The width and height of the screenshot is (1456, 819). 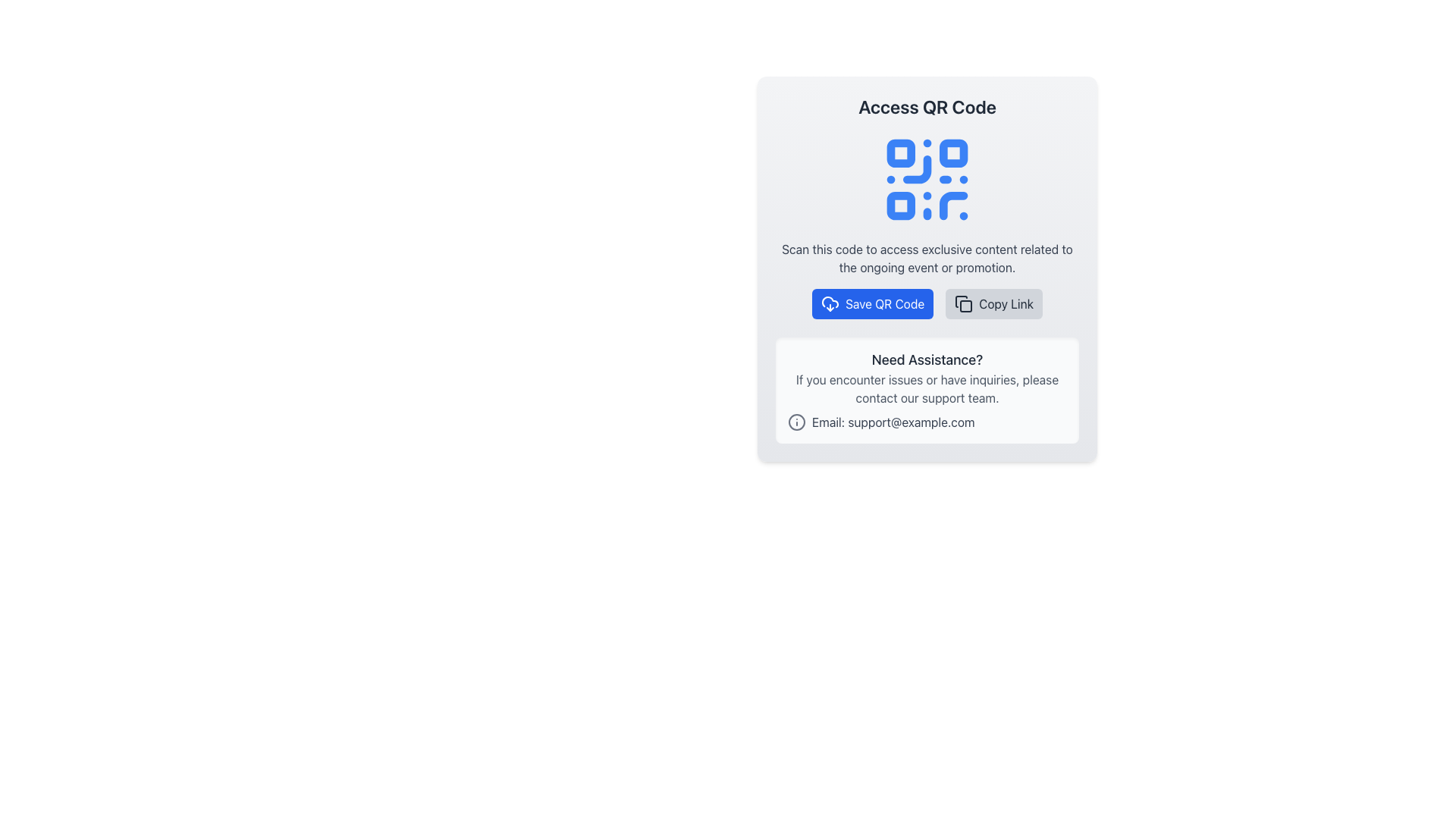 What do you see at coordinates (796, 422) in the screenshot?
I see `the vector graphics circle representing an information symbol, located in the top-left quadrant of the interface` at bounding box center [796, 422].